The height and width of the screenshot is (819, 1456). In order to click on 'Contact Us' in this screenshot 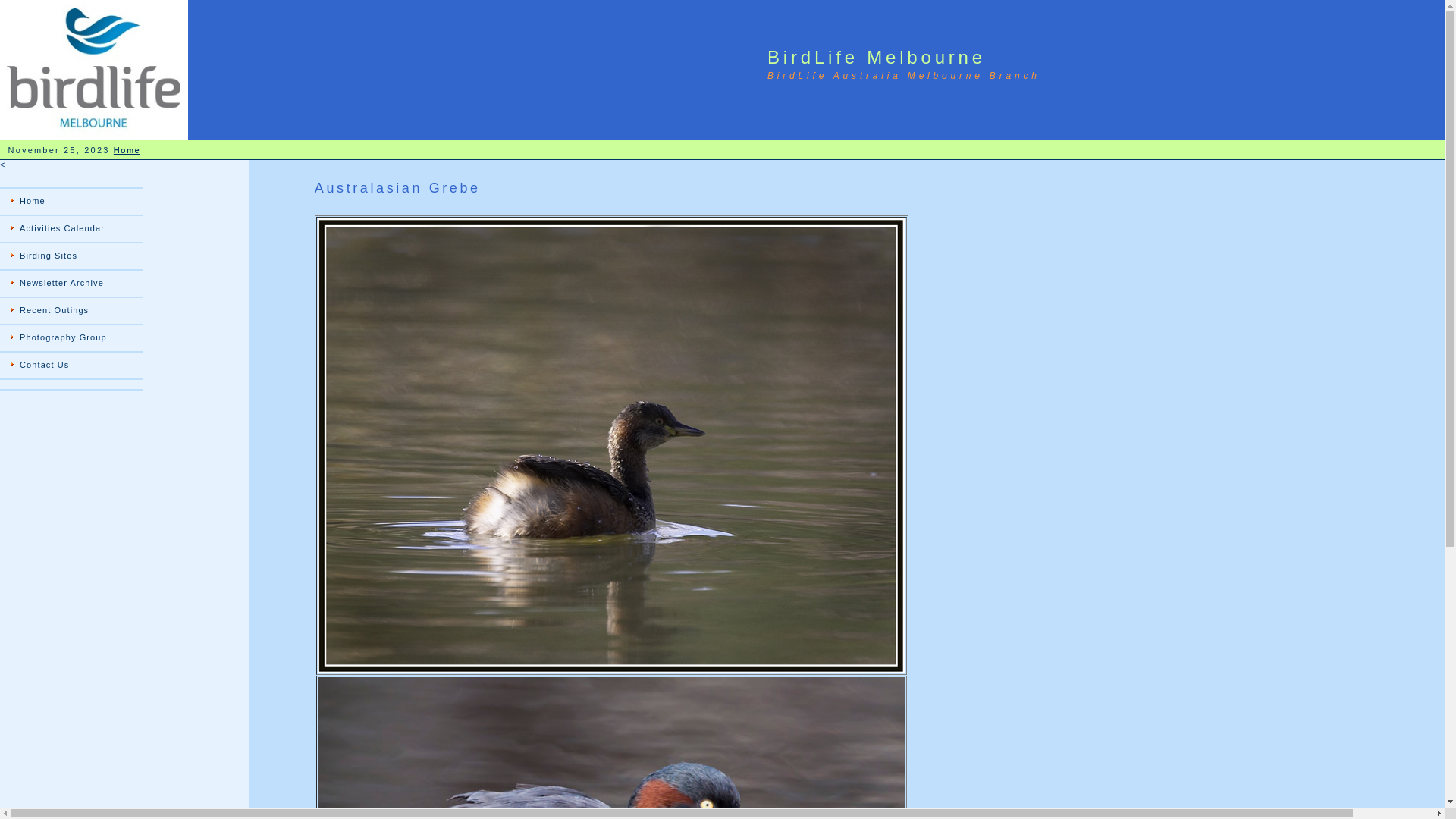, I will do `click(71, 366)`.